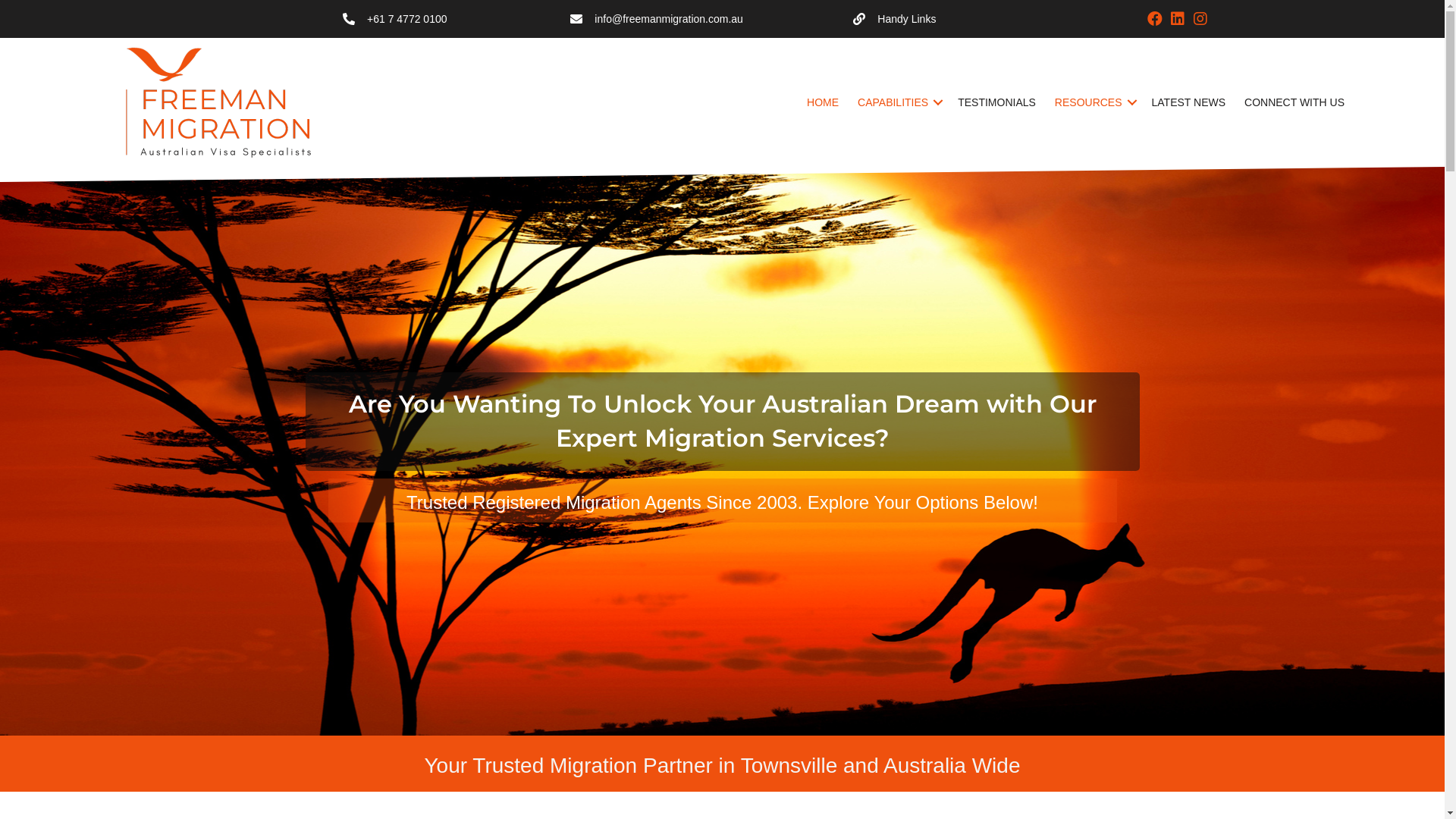 The width and height of the screenshot is (1456, 819). I want to click on 'LinkedIn', so click(1177, 18).